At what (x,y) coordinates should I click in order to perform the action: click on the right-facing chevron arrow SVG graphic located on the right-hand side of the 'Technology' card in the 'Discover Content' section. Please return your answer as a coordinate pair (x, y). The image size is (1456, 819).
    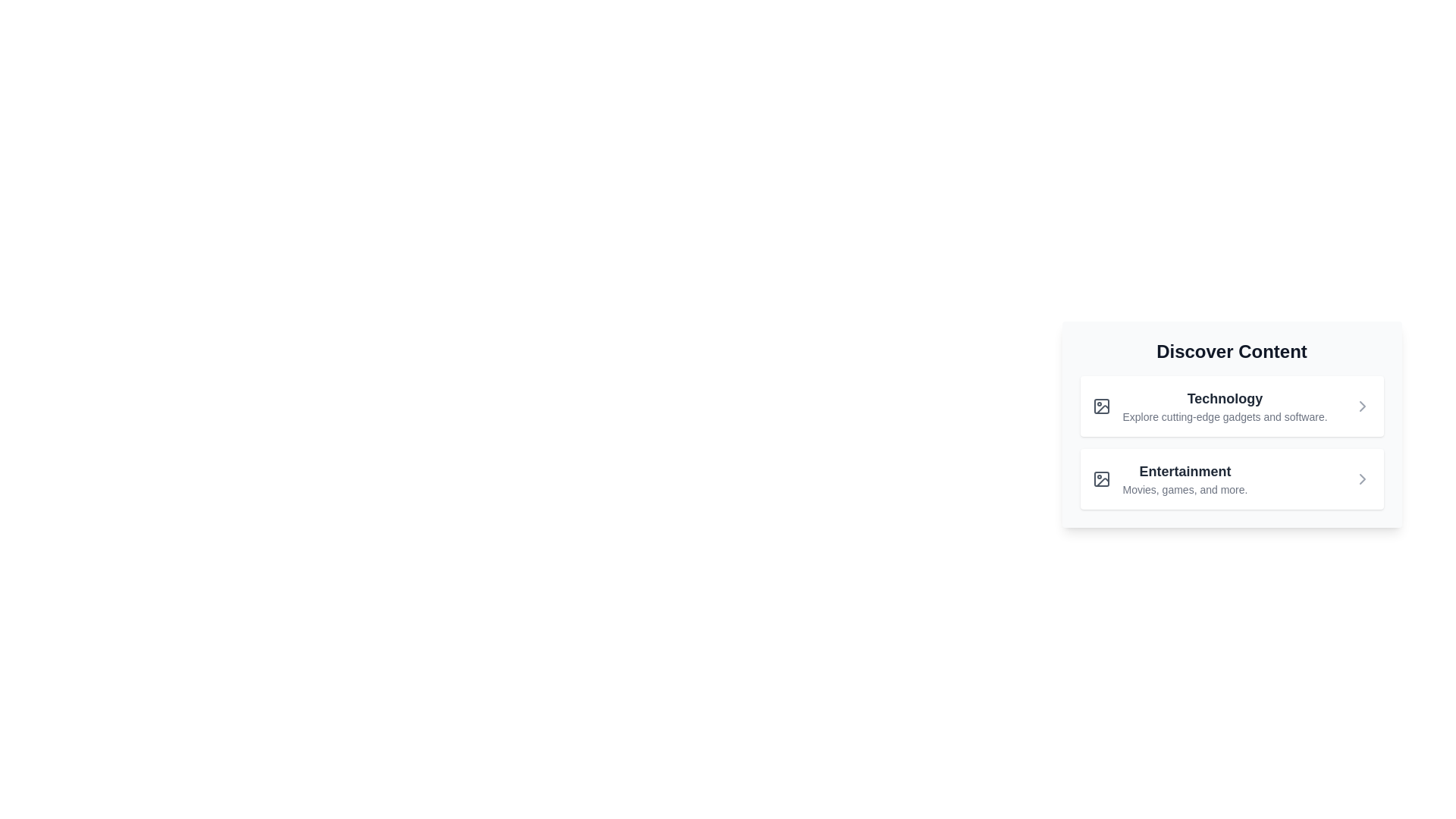
    Looking at the image, I should click on (1362, 406).